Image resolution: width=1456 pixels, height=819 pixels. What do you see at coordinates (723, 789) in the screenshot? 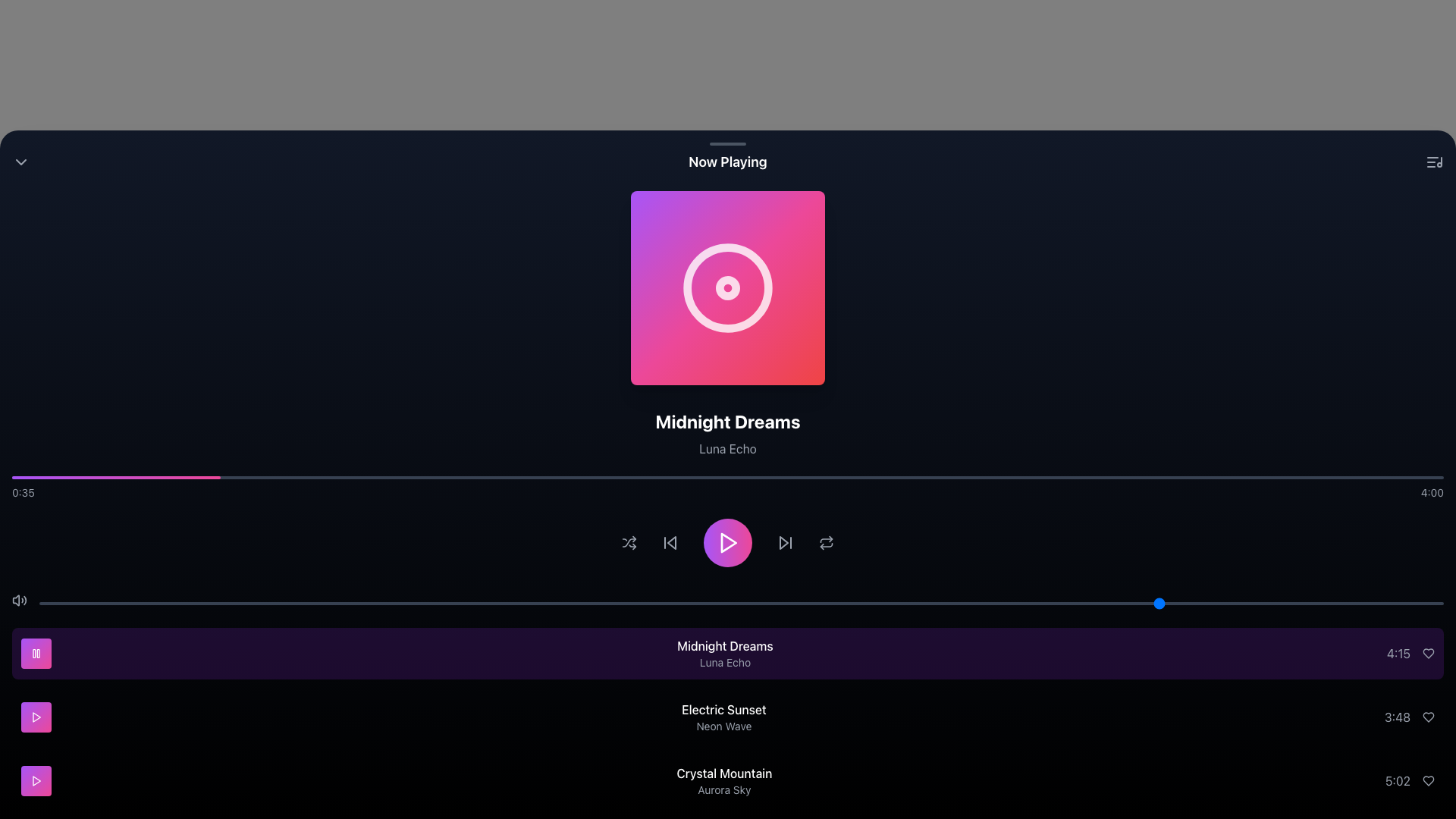
I see `the text label displaying 'Aurora Sky', which is located beneath the title 'Crystal Mountain' in the playlist structure` at bounding box center [723, 789].